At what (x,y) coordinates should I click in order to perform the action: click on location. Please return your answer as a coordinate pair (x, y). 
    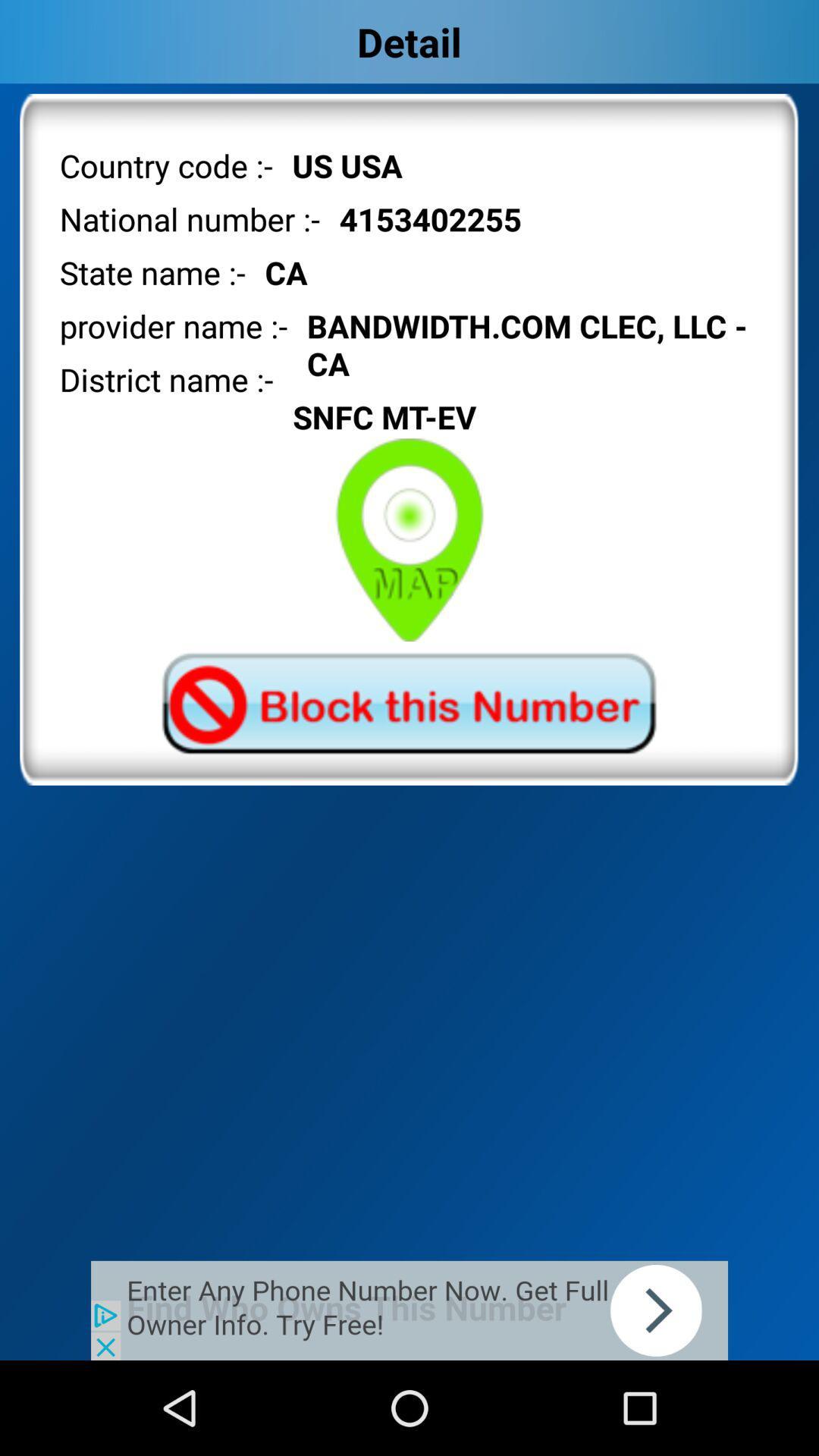
    Looking at the image, I should click on (409, 540).